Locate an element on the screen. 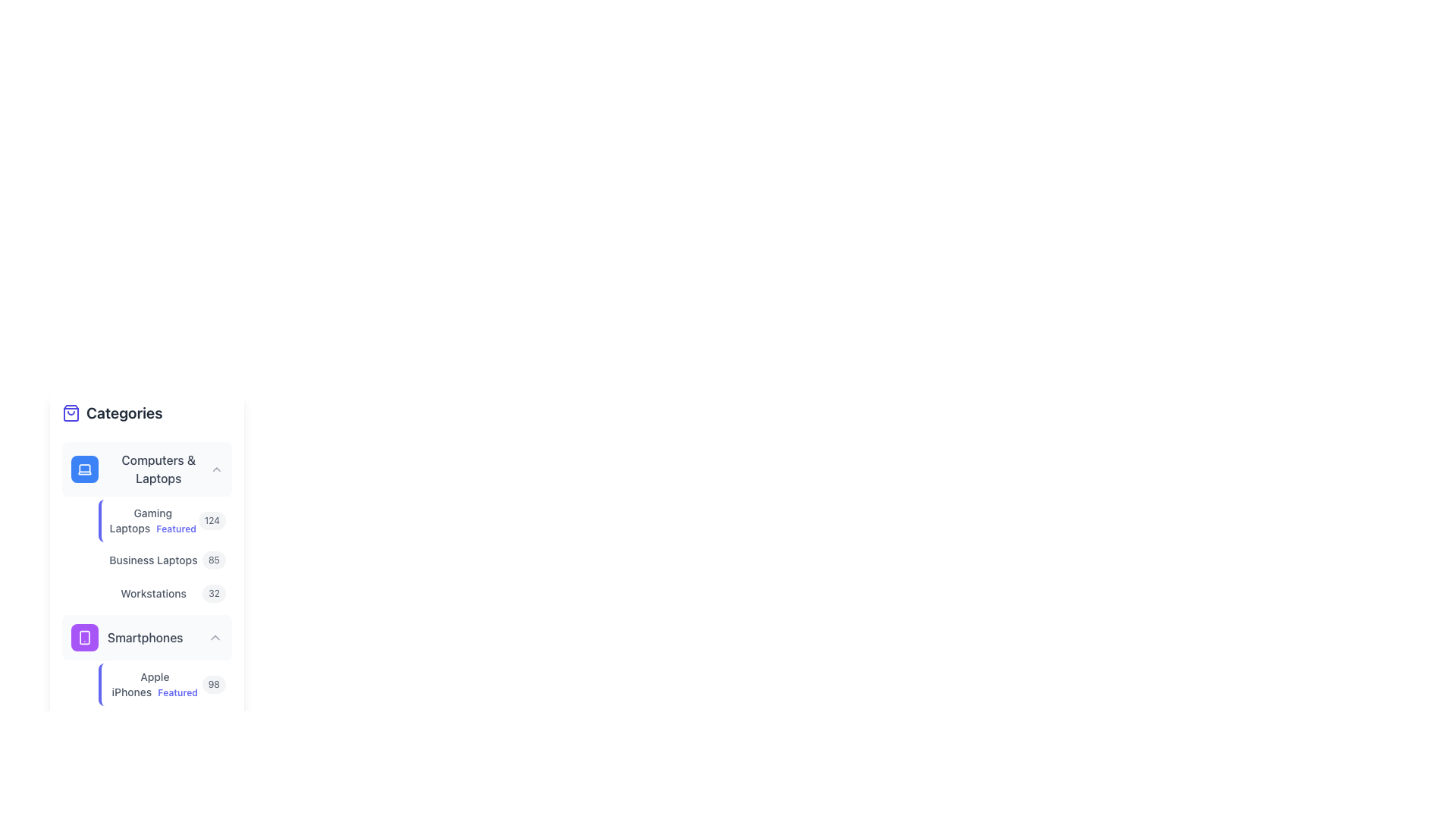 The image size is (1456, 819). the Icon Button representing the 'Computers & Laptops' category, located to the left of the text 'Computers & Laptops' is located at coordinates (83, 468).